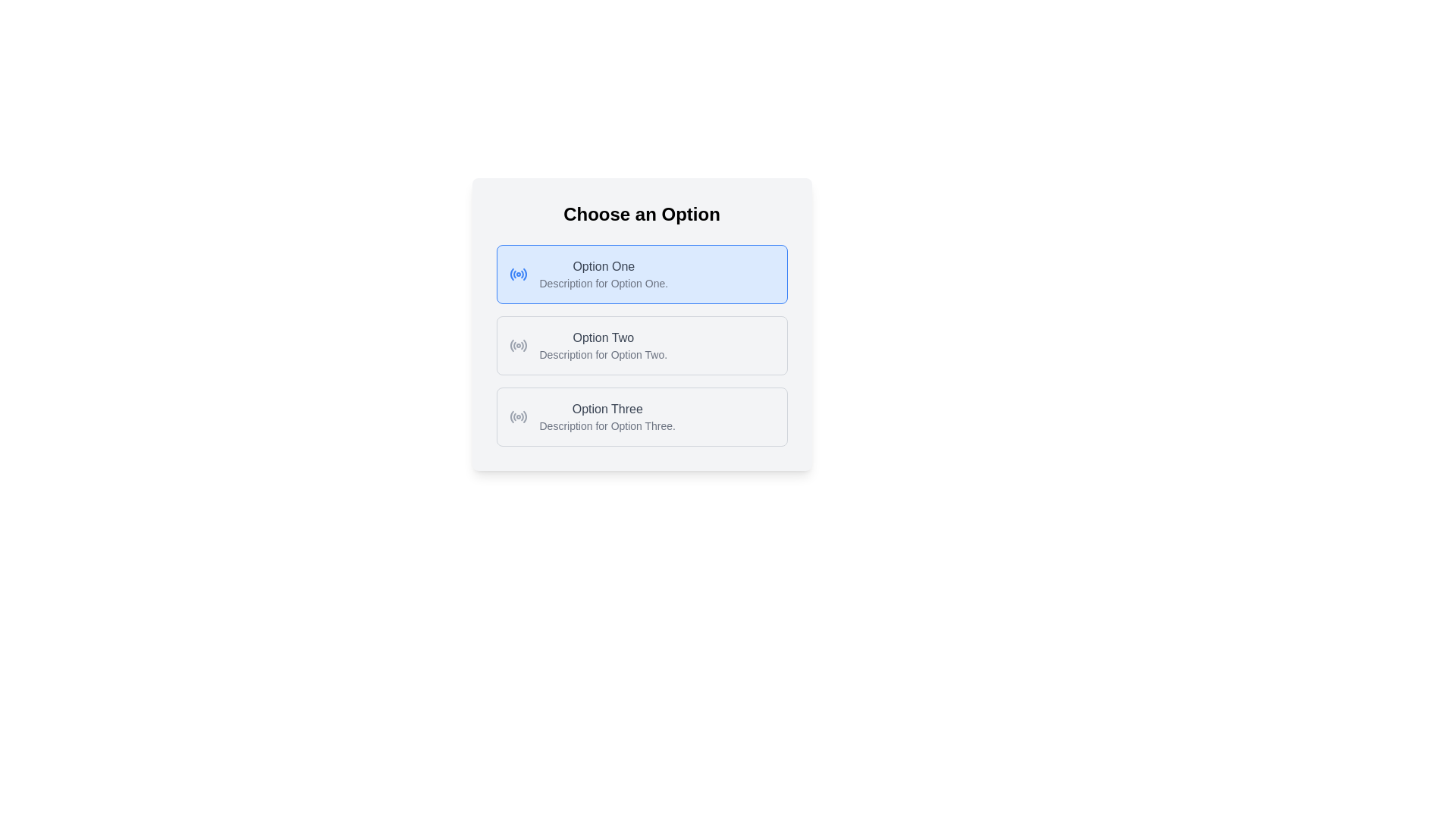  Describe the element at coordinates (603, 275) in the screenshot. I see `information displayed in the text block labeled 'Option One' and its description, which are centrally located within the blue-highlighted section of the selectable option card` at that location.